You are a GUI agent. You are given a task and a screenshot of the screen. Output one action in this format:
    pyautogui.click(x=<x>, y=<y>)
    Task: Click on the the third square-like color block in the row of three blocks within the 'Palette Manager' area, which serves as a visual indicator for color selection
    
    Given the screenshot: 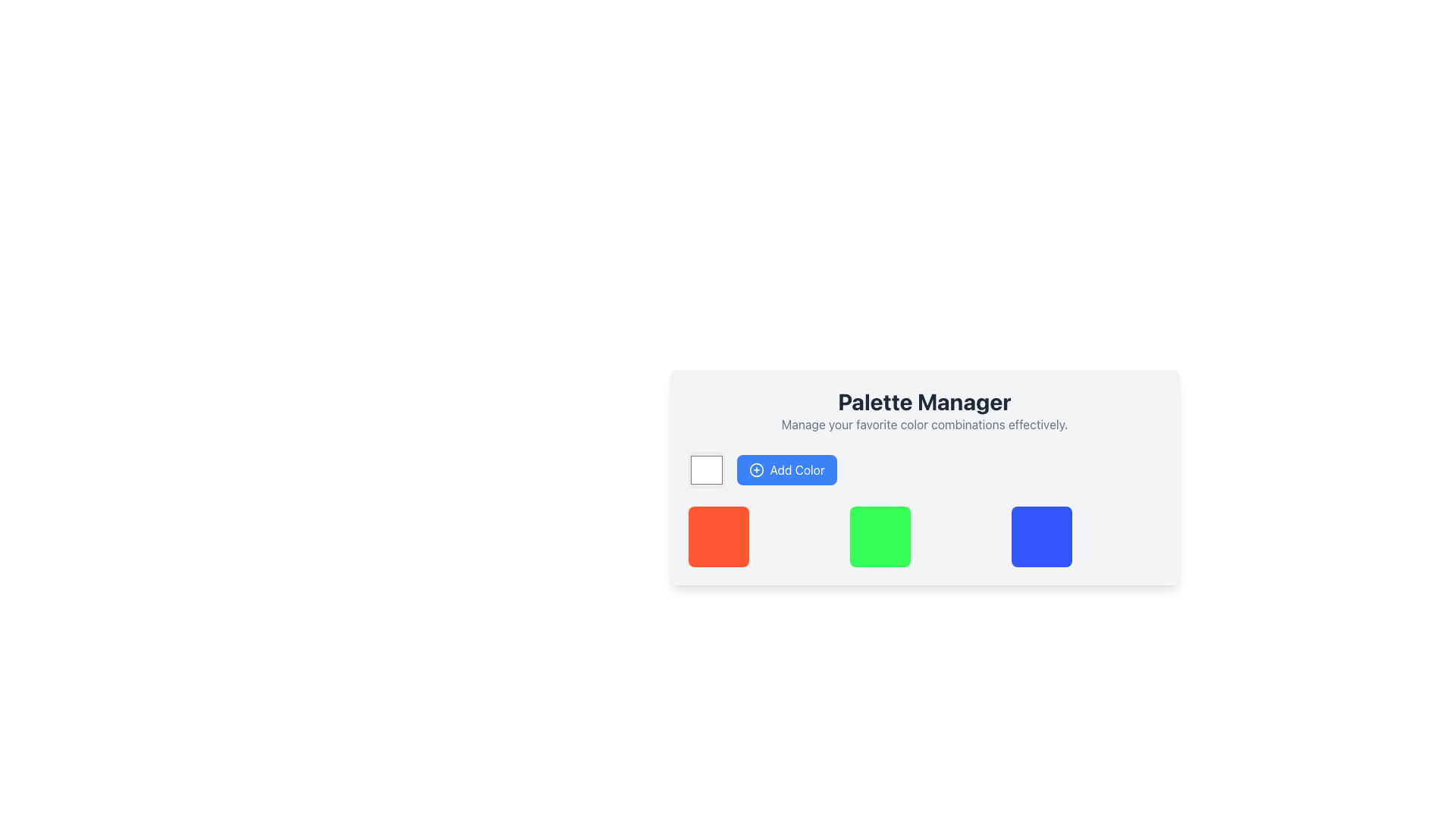 What is the action you would take?
    pyautogui.click(x=1041, y=536)
    